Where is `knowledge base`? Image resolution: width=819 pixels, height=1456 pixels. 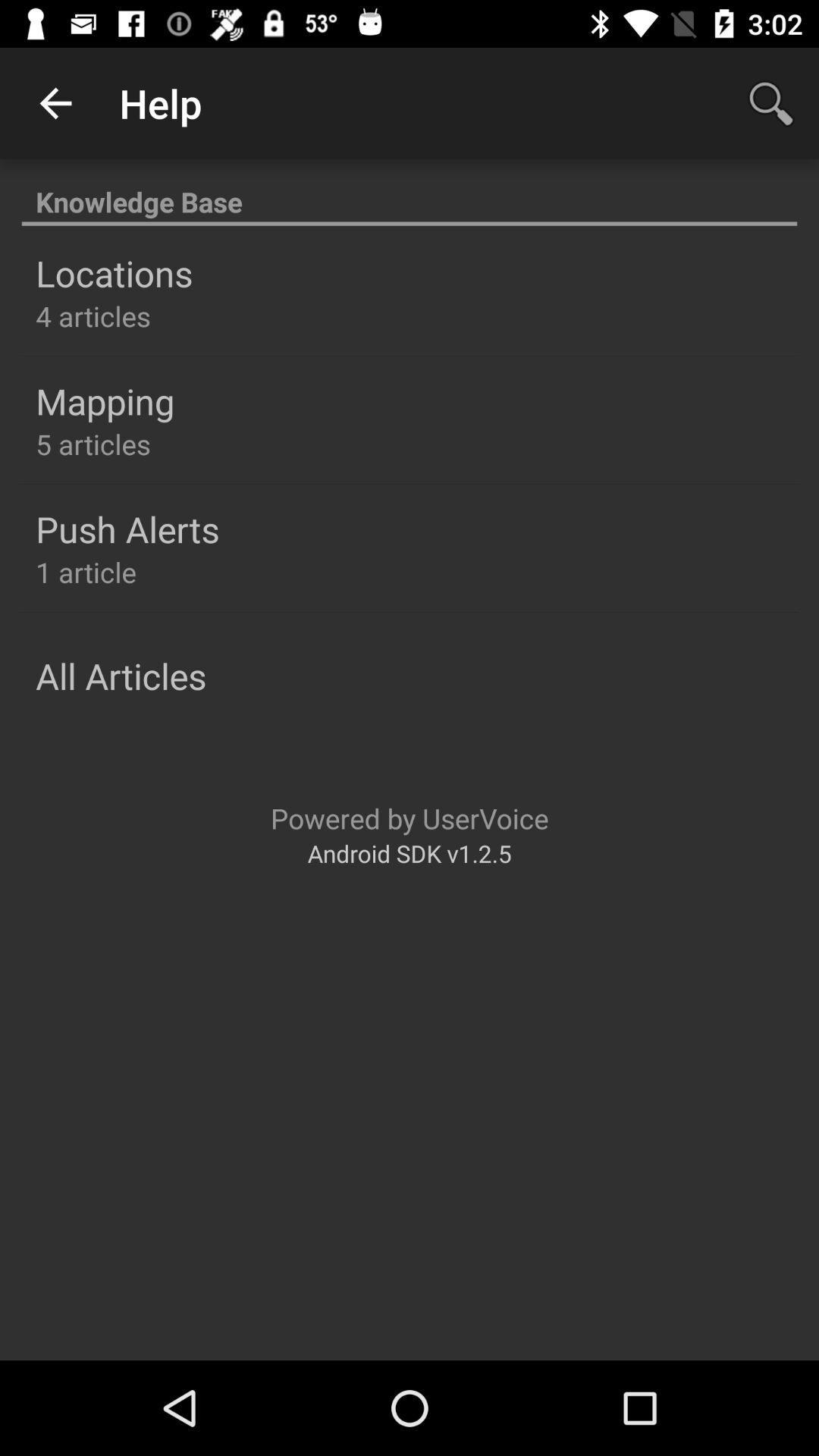
knowledge base is located at coordinates (409, 193).